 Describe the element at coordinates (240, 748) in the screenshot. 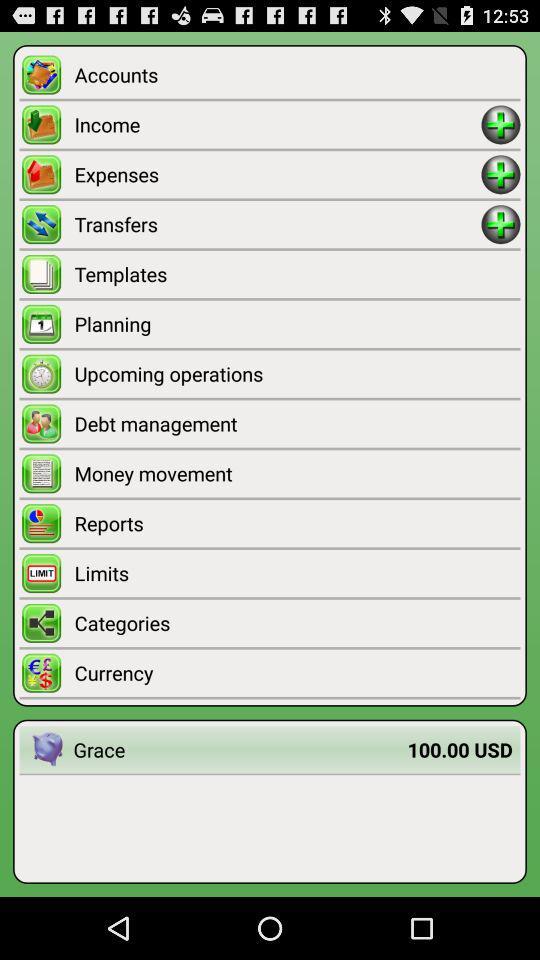

I see `icon below the currency app` at that location.